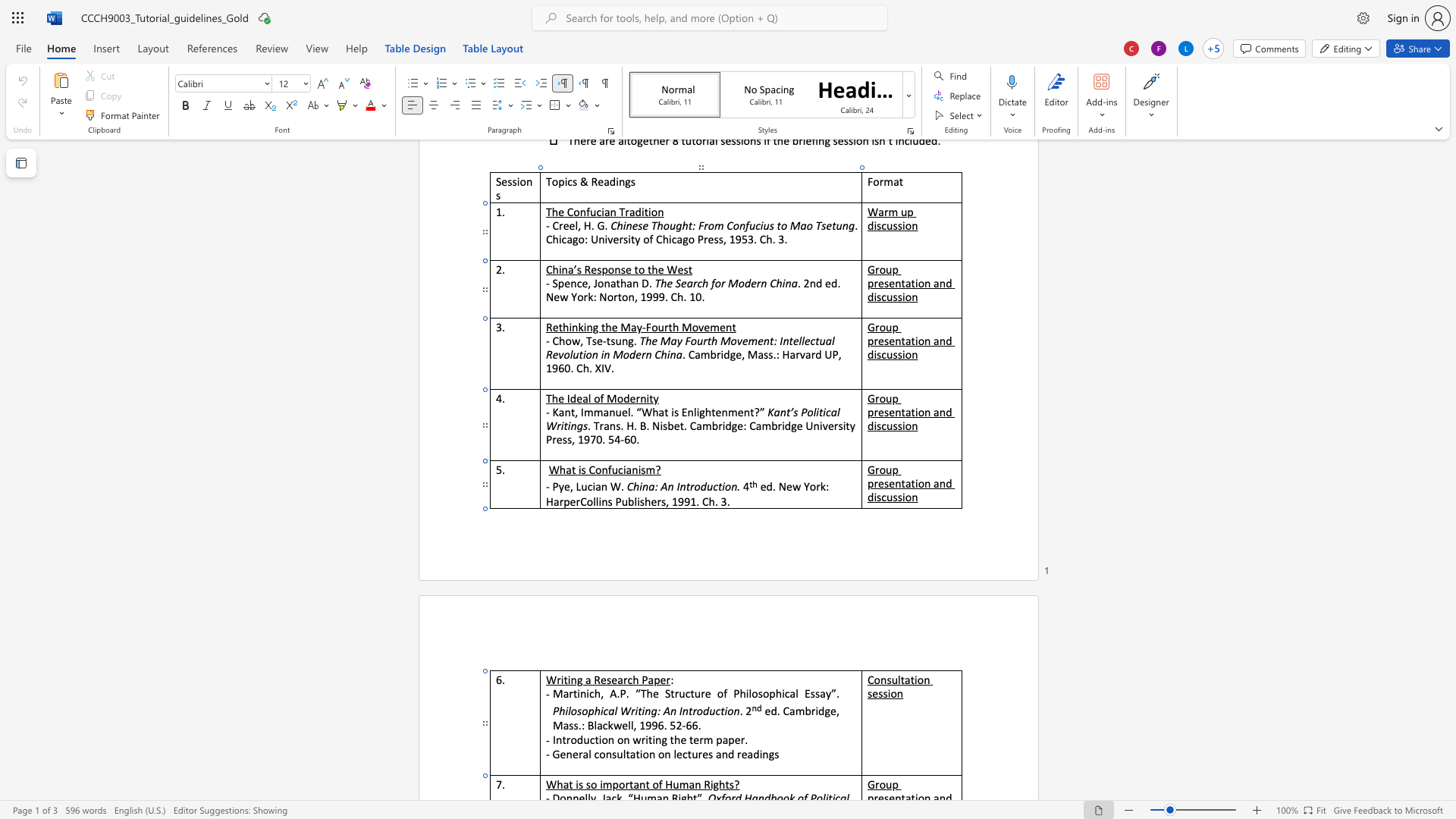 This screenshot has height=819, width=1456. I want to click on the space between the continuous character "t" and "a" in the text, so click(905, 679).